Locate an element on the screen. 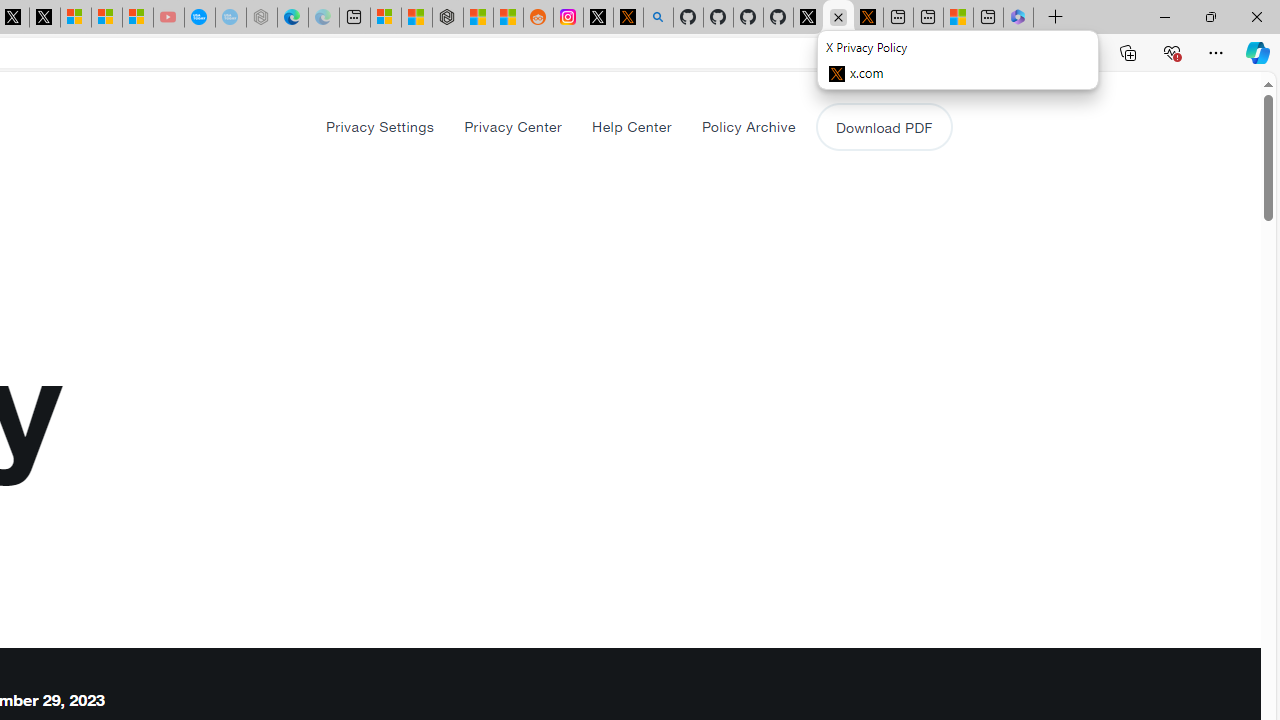 This screenshot has height=720, width=1280. 'Log in to X / X' is located at coordinates (597, 17).